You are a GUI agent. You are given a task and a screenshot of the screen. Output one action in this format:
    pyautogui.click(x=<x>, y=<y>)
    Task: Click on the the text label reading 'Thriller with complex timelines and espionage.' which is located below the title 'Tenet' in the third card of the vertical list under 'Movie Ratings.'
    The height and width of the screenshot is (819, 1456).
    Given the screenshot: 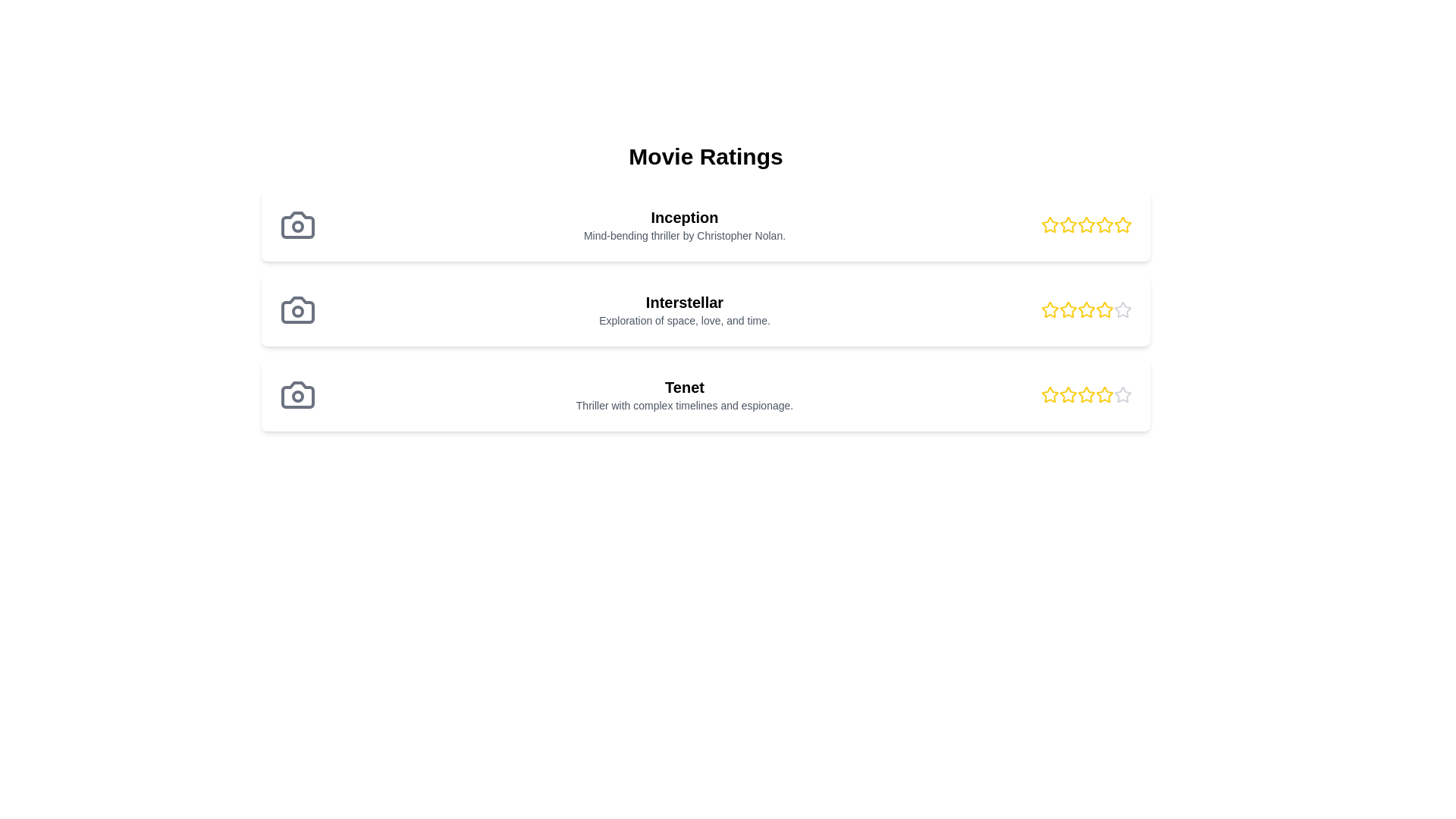 What is the action you would take?
    pyautogui.click(x=683, y=405)
    